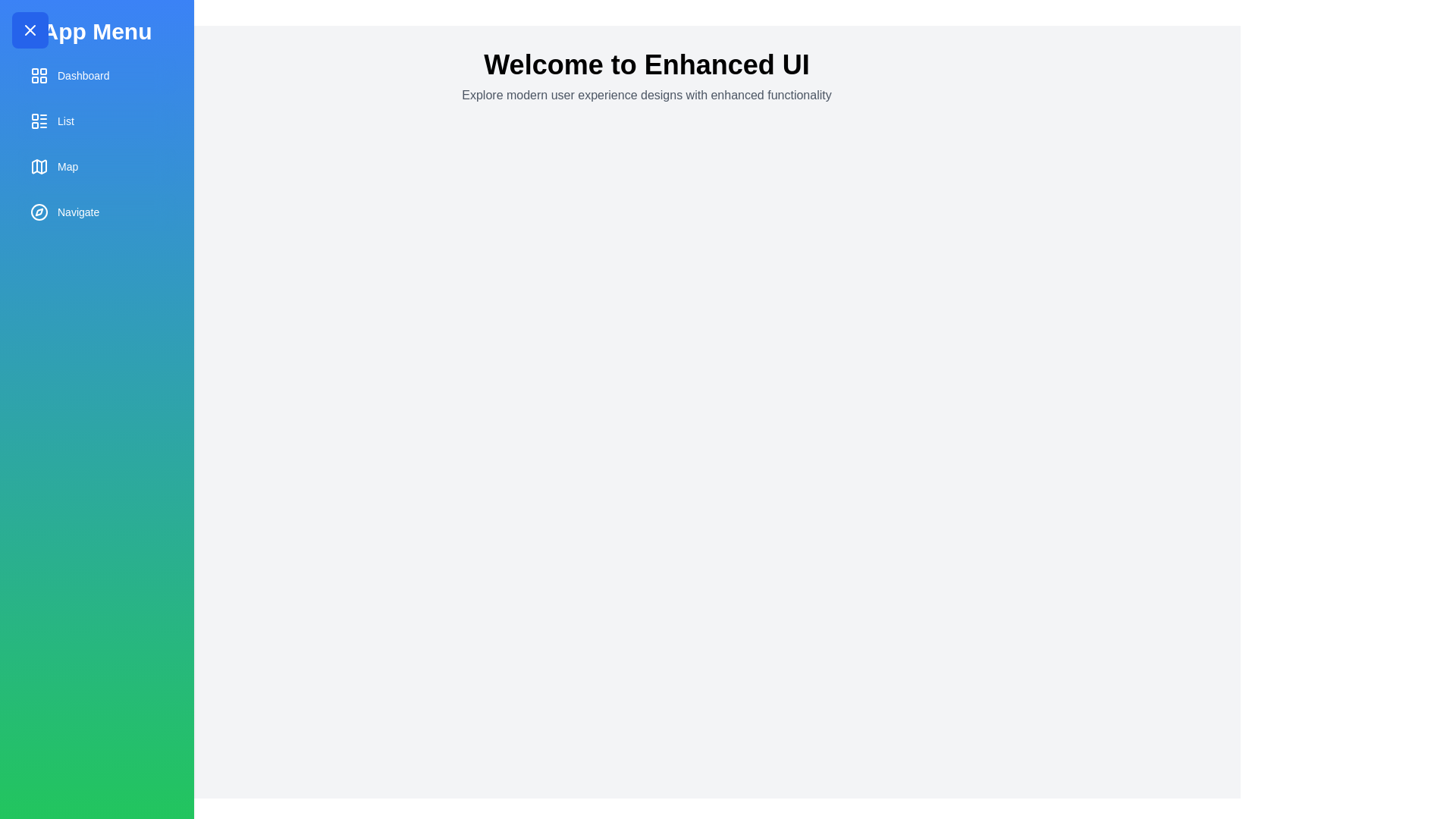 The height and width of the screenshot is (819, 1456). Describe the element at coordinates (96, 76) in the screenshot. I see `the menu item labeled Dashboard` at that location.